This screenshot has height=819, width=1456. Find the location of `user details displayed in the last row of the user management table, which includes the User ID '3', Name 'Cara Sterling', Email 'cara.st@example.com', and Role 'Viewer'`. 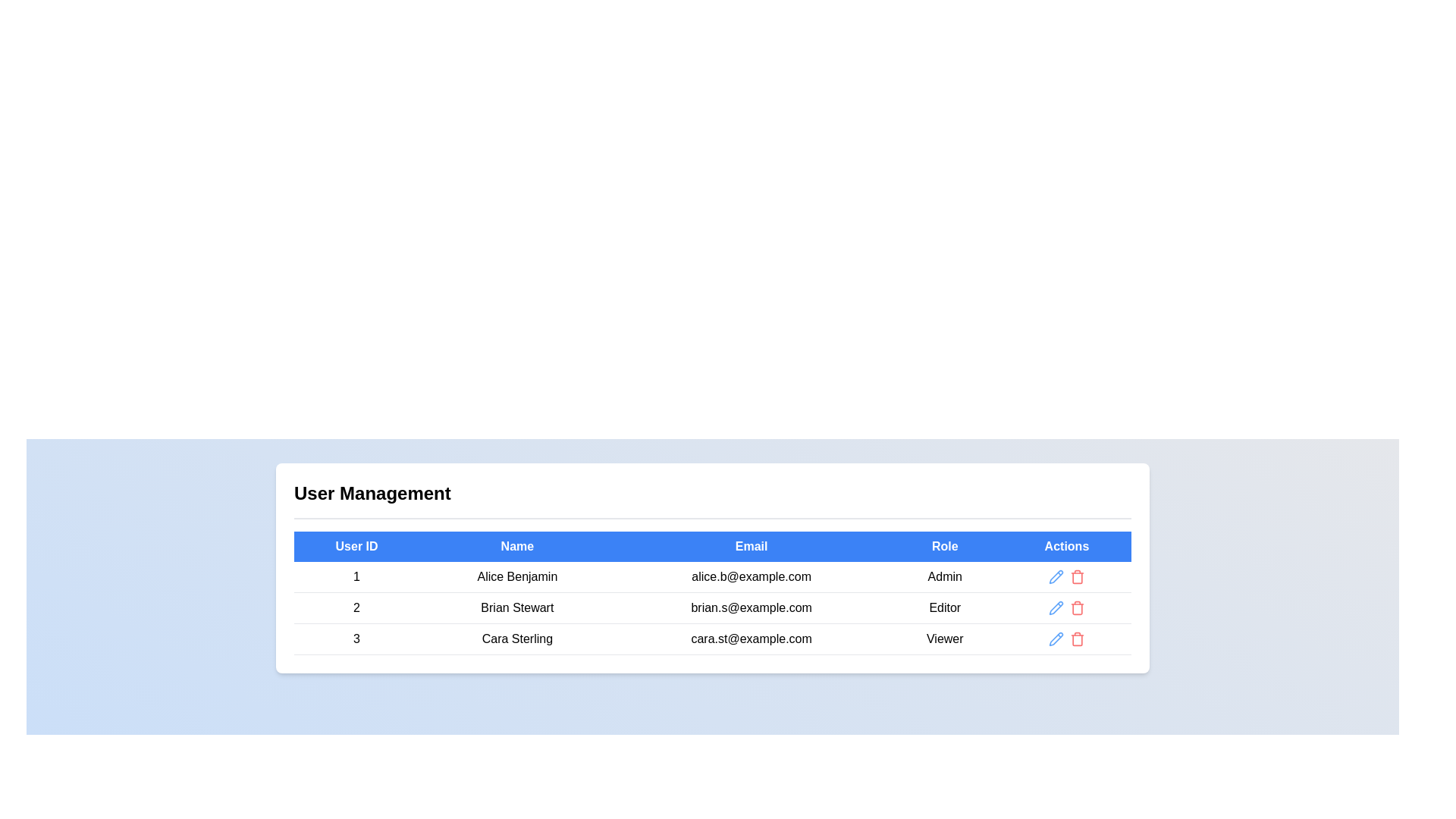

user details displayed in the last row of the user management table, which includes the User ID '3', Name 'Cara Sterling', Email 'cara.st@example.com', and Role 'Viewer' is located at coordinates (712, 639).